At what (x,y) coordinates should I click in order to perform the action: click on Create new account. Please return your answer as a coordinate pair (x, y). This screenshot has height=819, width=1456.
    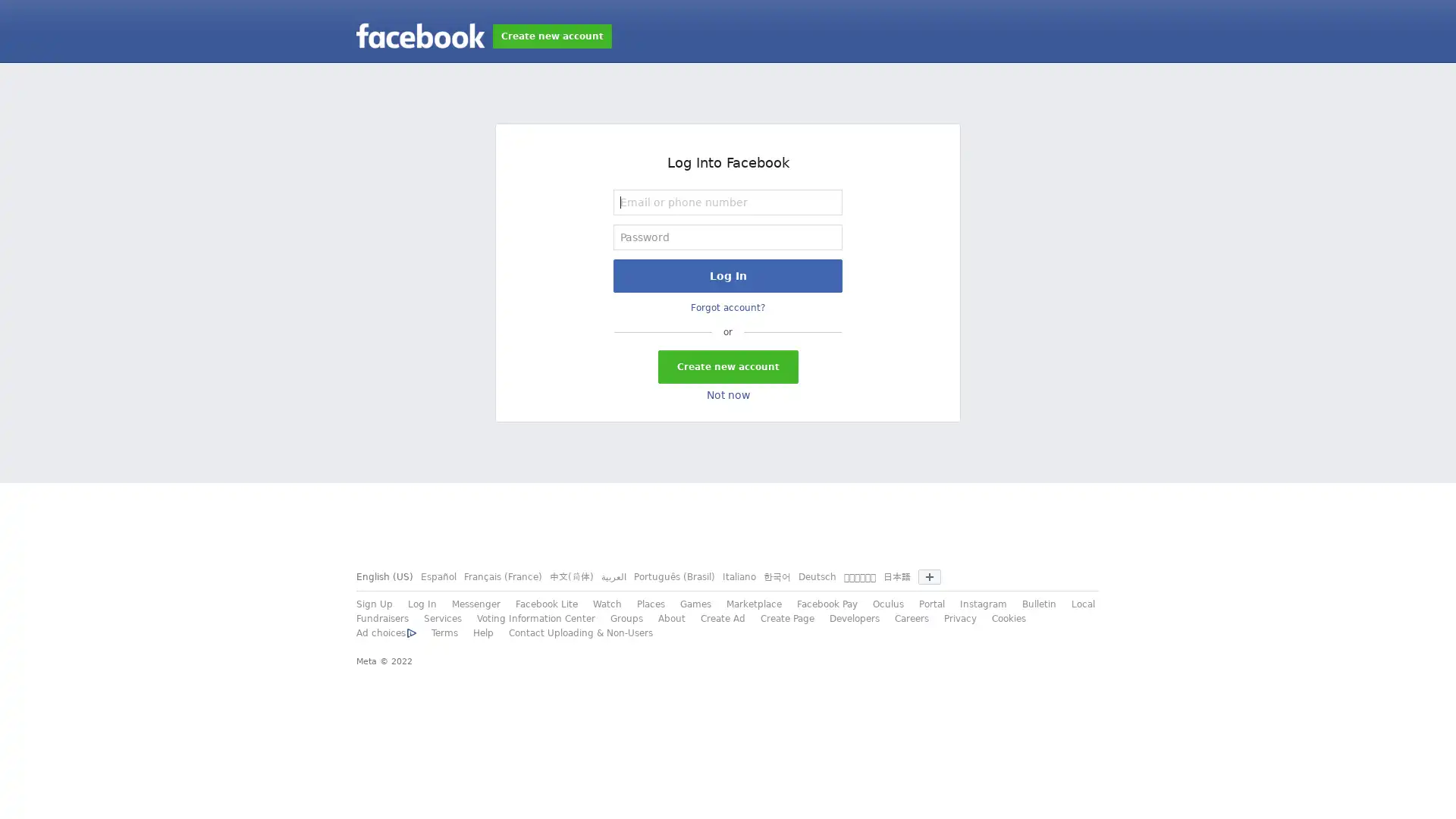
    Looking at the image, I should click on (551, 35).